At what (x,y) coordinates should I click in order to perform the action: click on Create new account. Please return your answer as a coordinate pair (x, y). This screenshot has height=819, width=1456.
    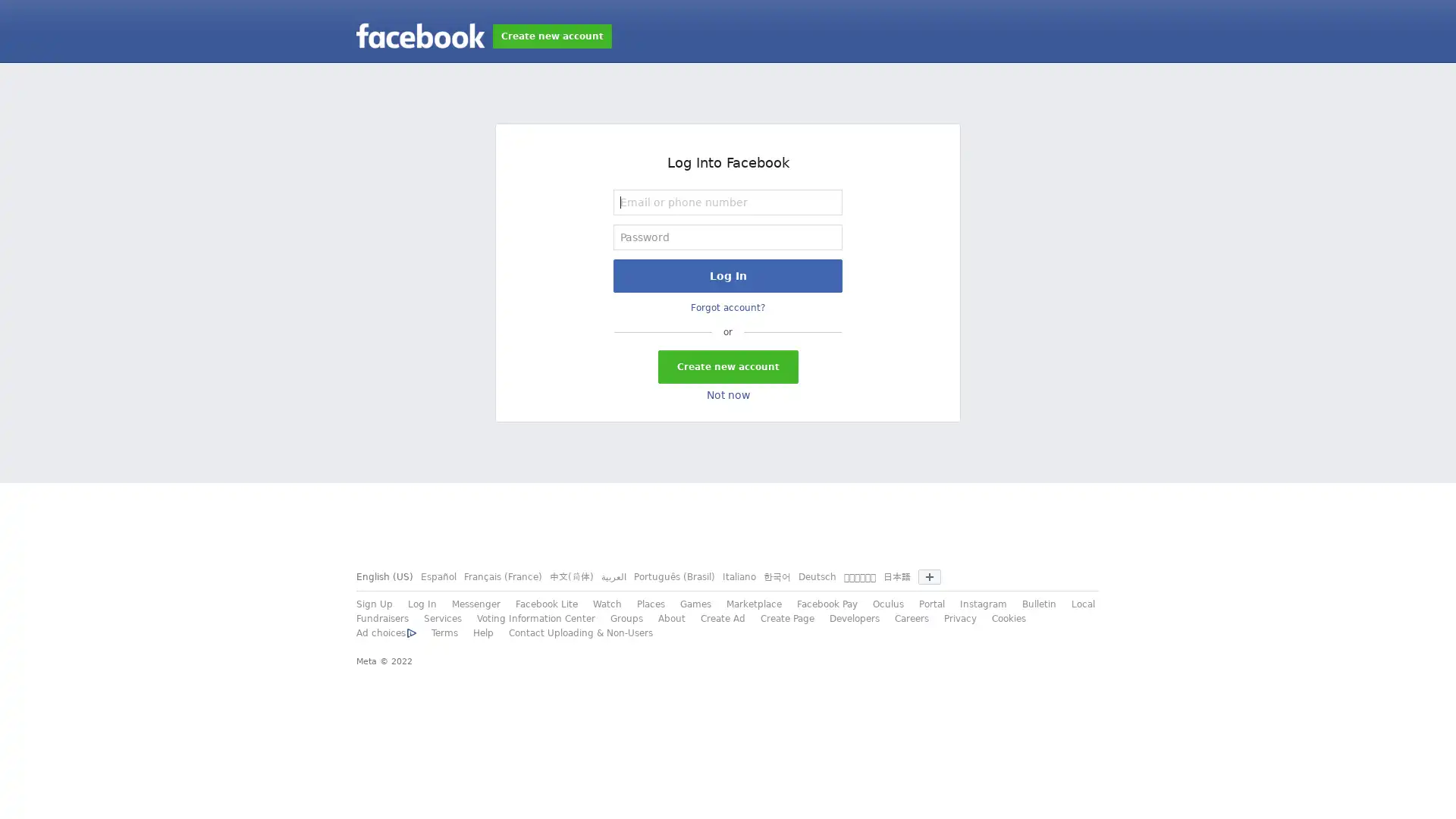
    Looking at the image, I should click on (551, 35).